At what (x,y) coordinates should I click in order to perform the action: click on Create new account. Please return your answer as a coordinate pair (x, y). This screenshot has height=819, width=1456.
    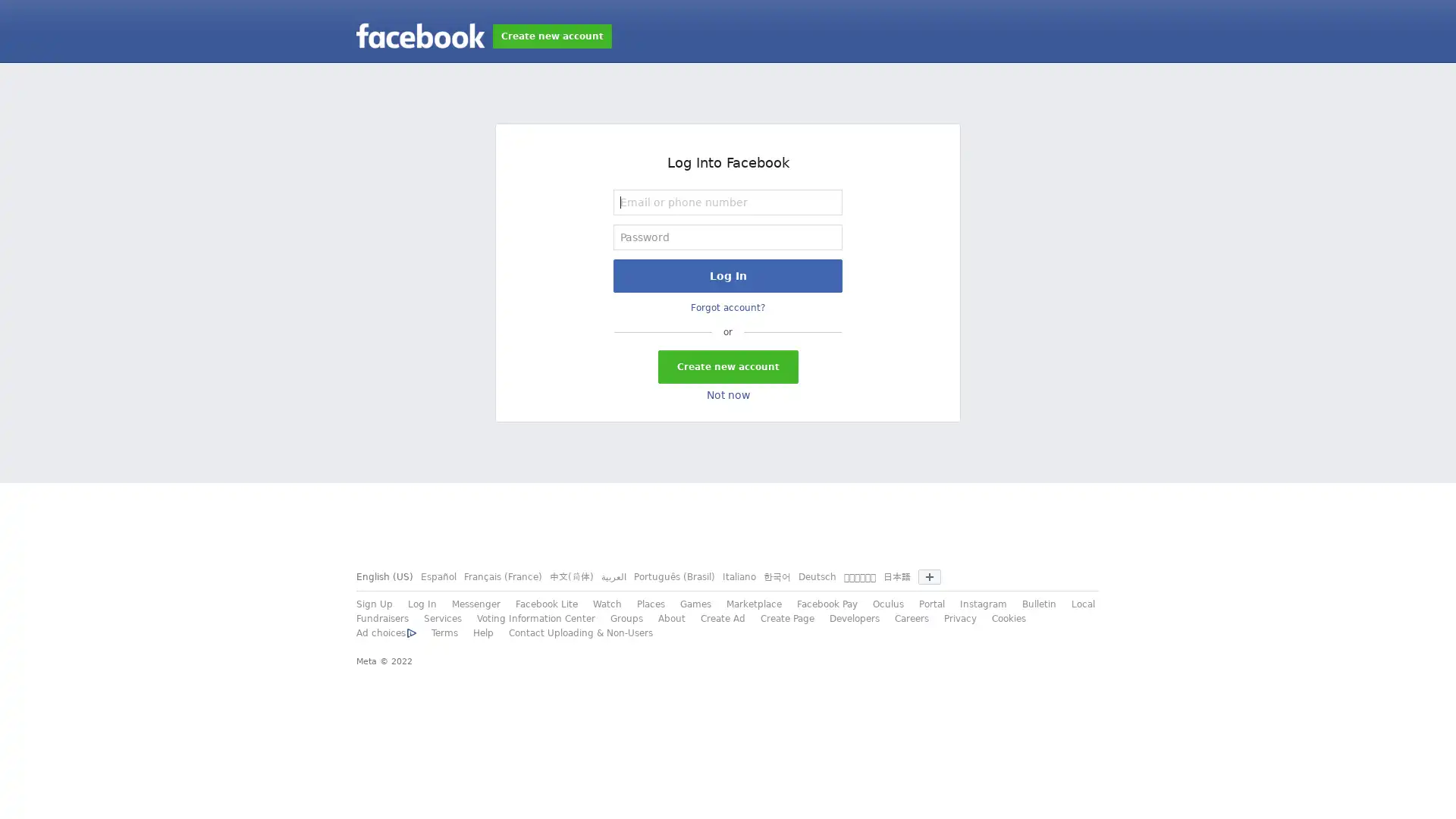
    Looking at the image, I should click on (551, 35).